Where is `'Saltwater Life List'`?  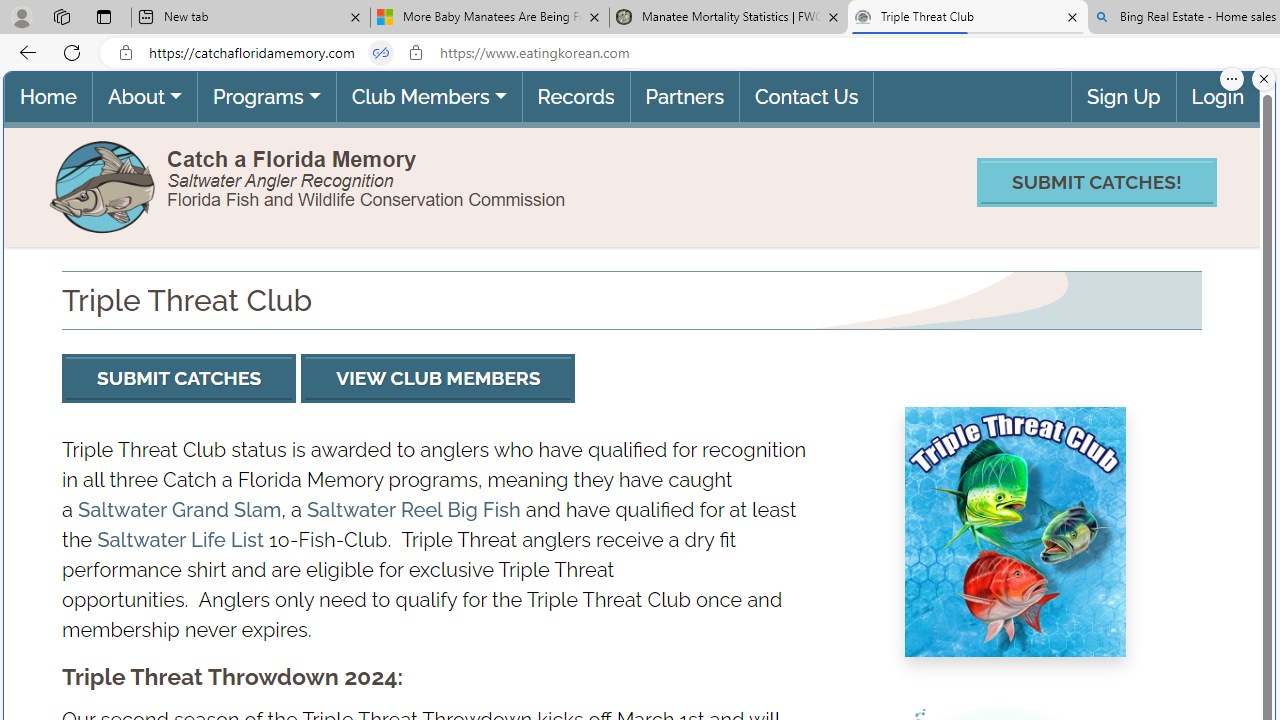
'Saltwater Life List' is located at coordinates (180, 538).